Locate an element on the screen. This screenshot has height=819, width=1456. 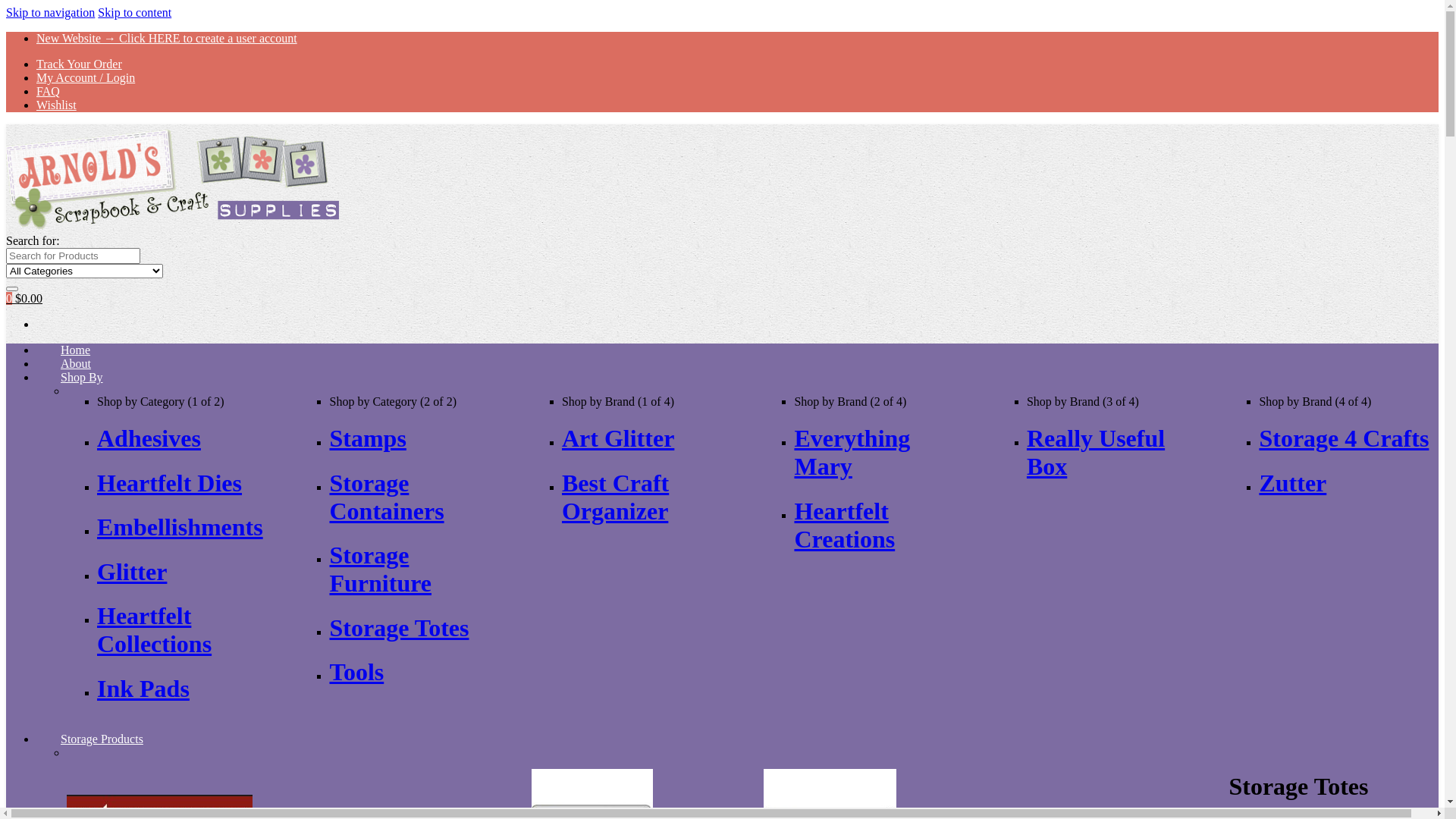
'Best Craft Organizer' is located at coordinates (615, 497).